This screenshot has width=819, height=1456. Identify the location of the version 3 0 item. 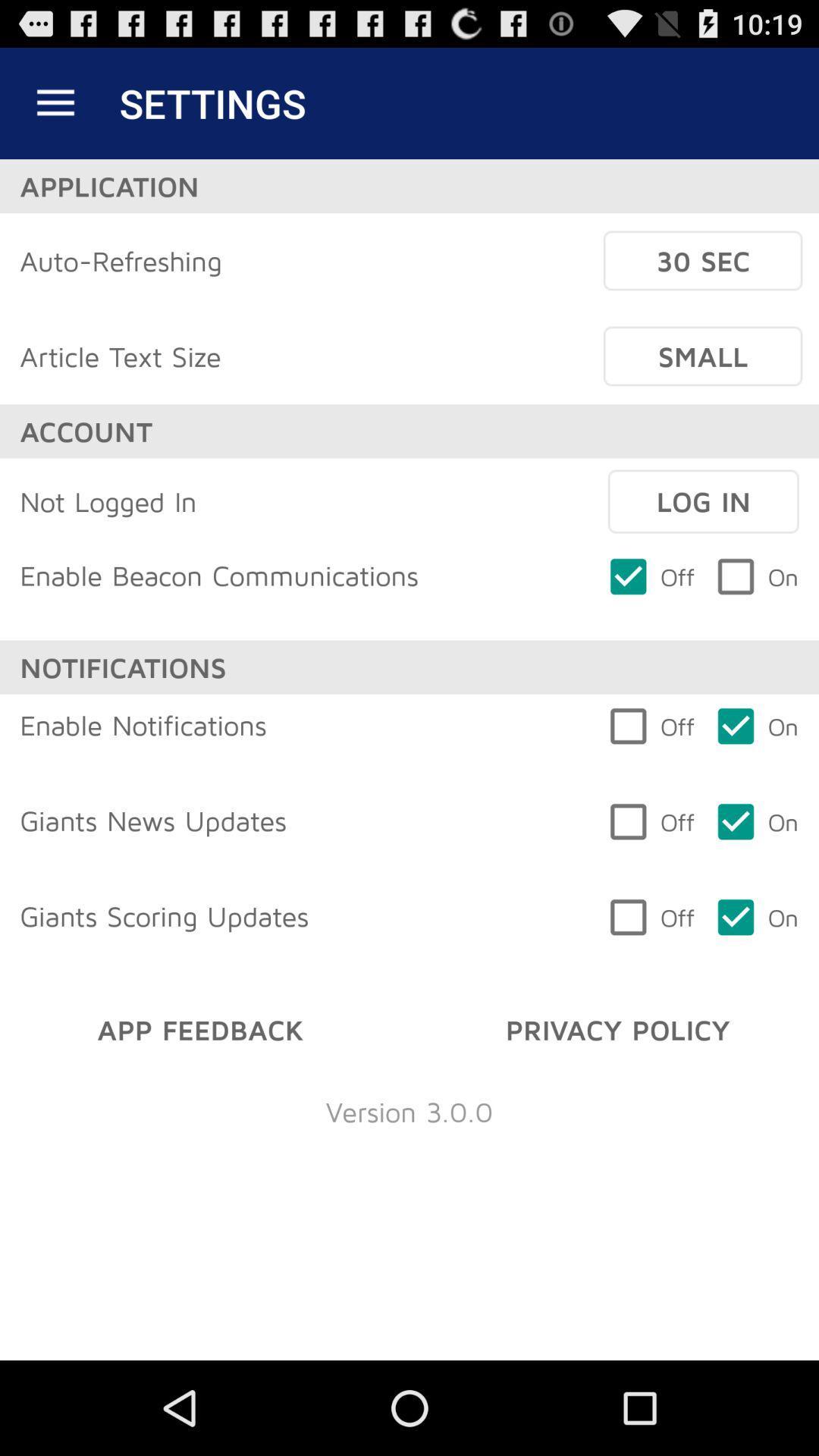
(409, 1111).